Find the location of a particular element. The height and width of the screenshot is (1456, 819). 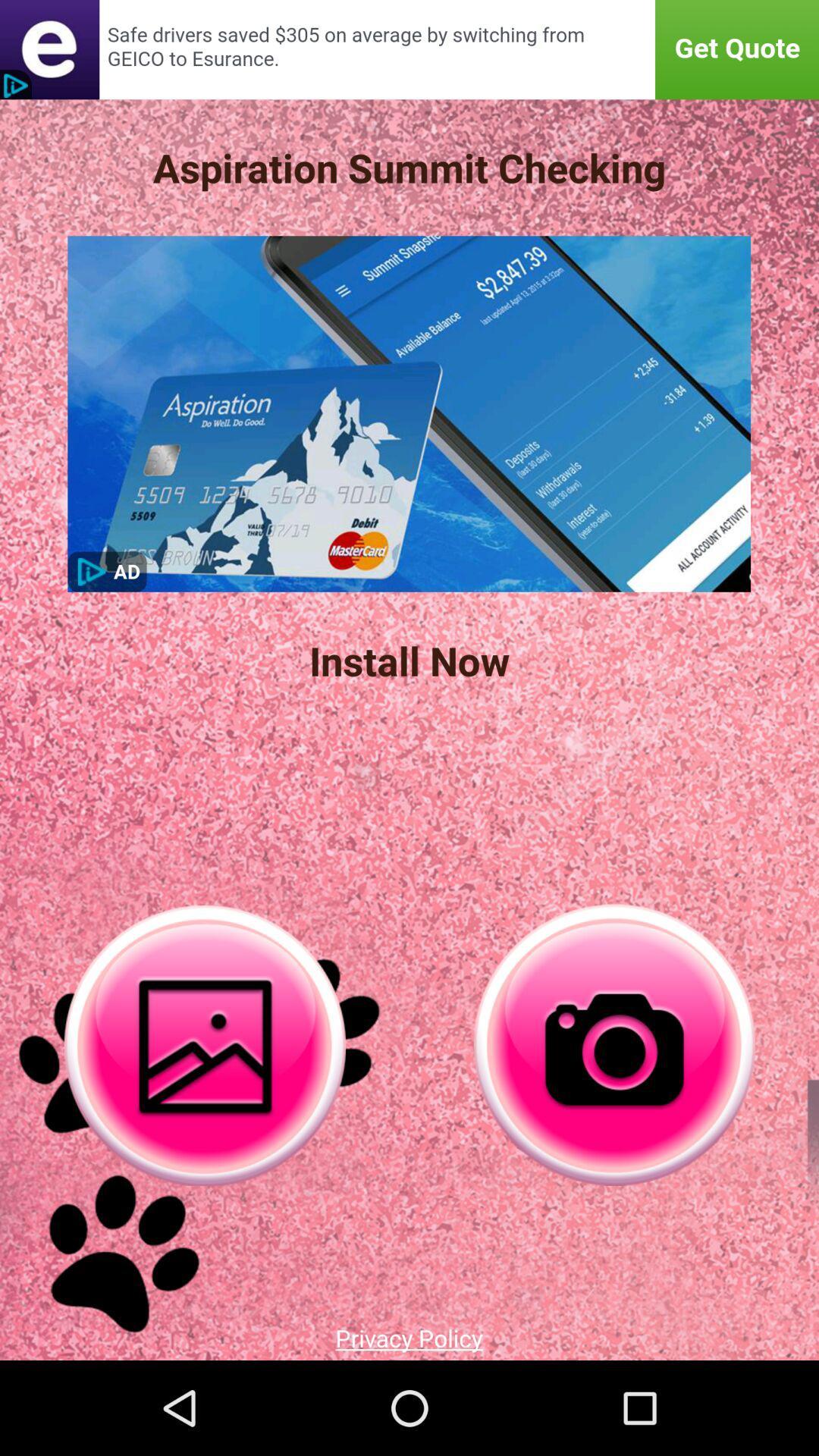

advertisements is located at coordinates (409, 49).